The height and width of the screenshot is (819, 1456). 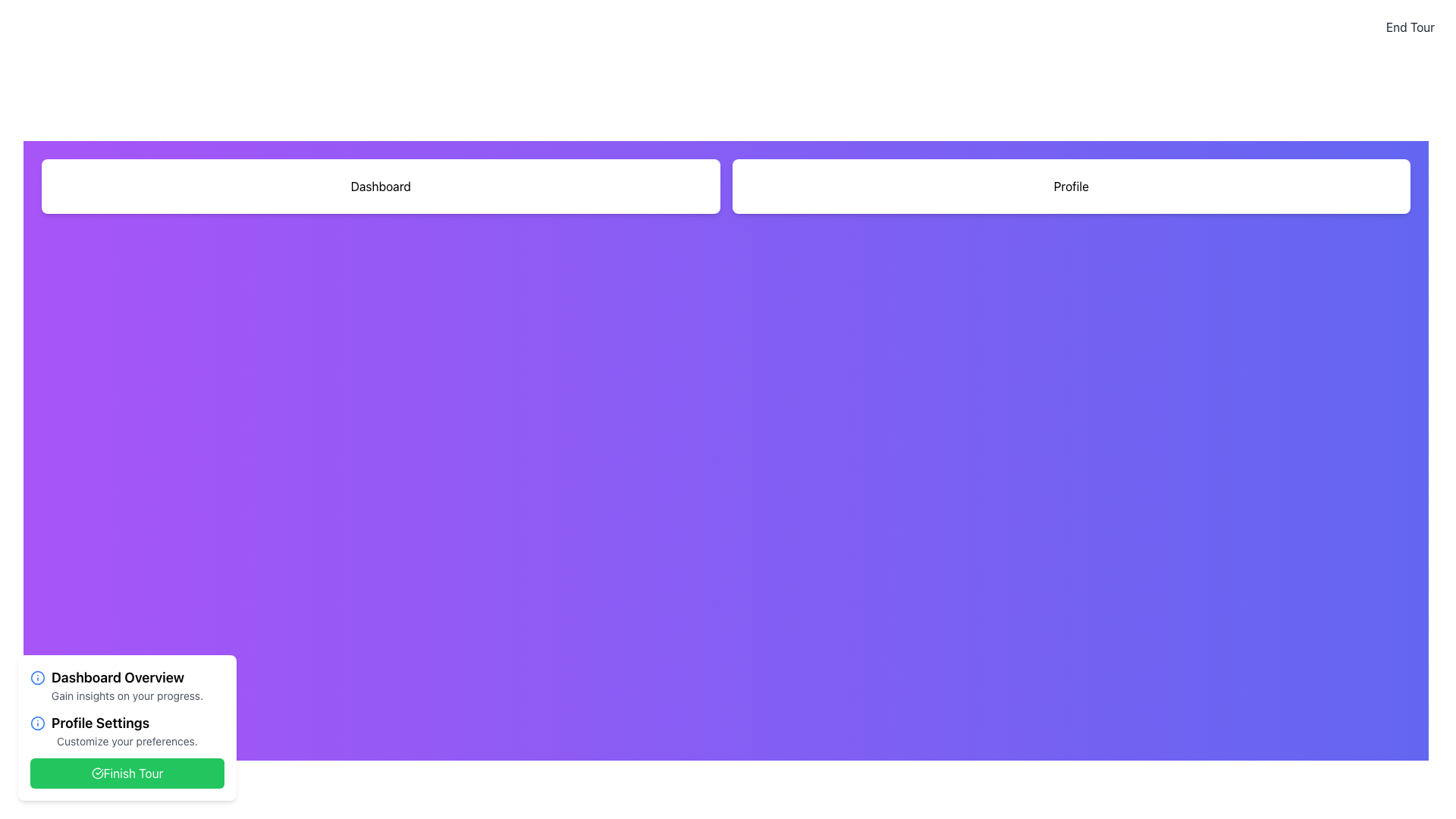 I want to click on the circular blue outlined icon with the letter 'i' that is located to the left of the 'Profile Settings' text, so click(x=37, y=722).